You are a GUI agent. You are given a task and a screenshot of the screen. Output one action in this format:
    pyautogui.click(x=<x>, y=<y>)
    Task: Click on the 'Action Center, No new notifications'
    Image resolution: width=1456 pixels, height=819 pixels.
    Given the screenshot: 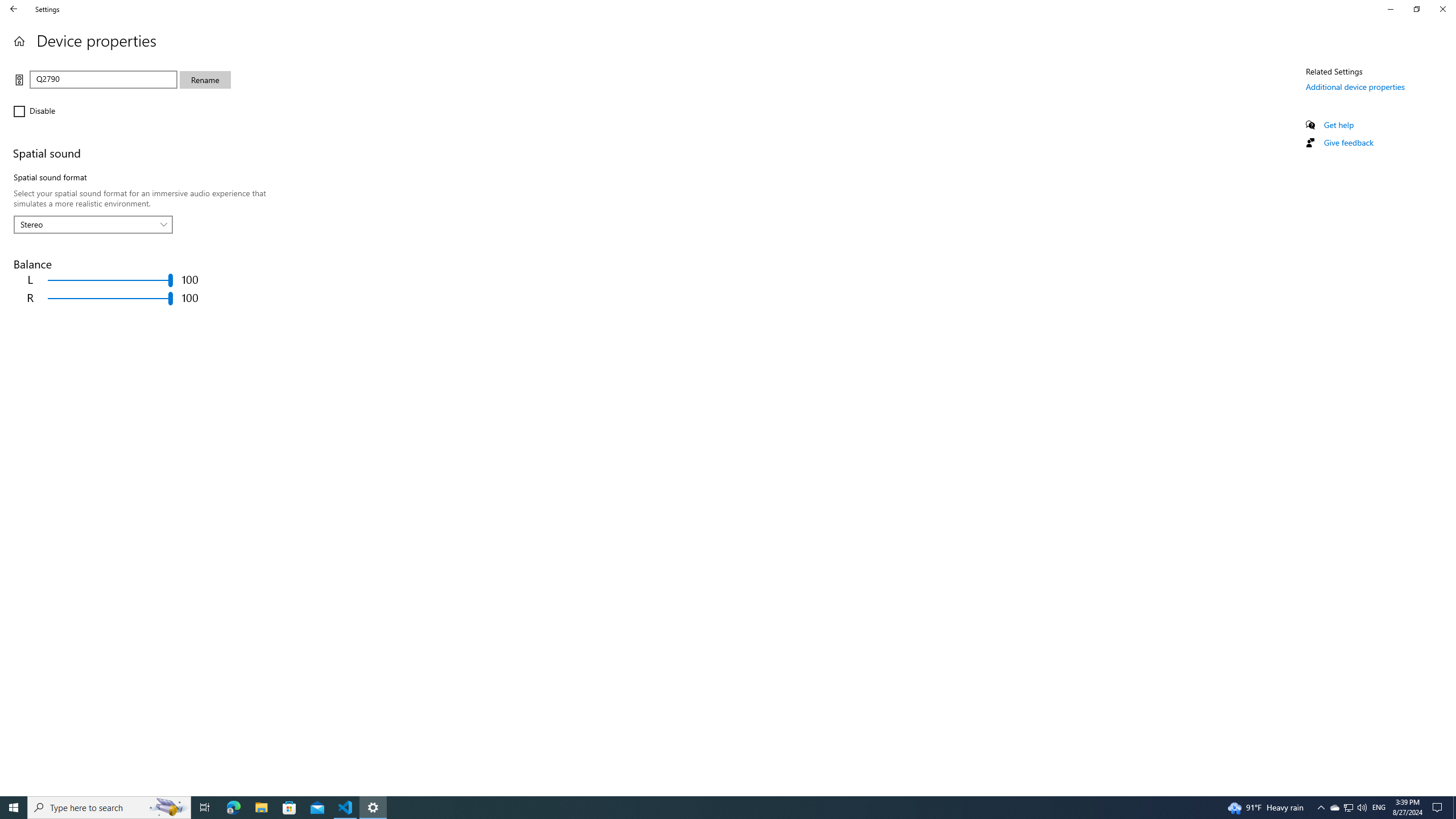 What is the action you would take?
    pyautogui.click(x=1439, y=806)
    